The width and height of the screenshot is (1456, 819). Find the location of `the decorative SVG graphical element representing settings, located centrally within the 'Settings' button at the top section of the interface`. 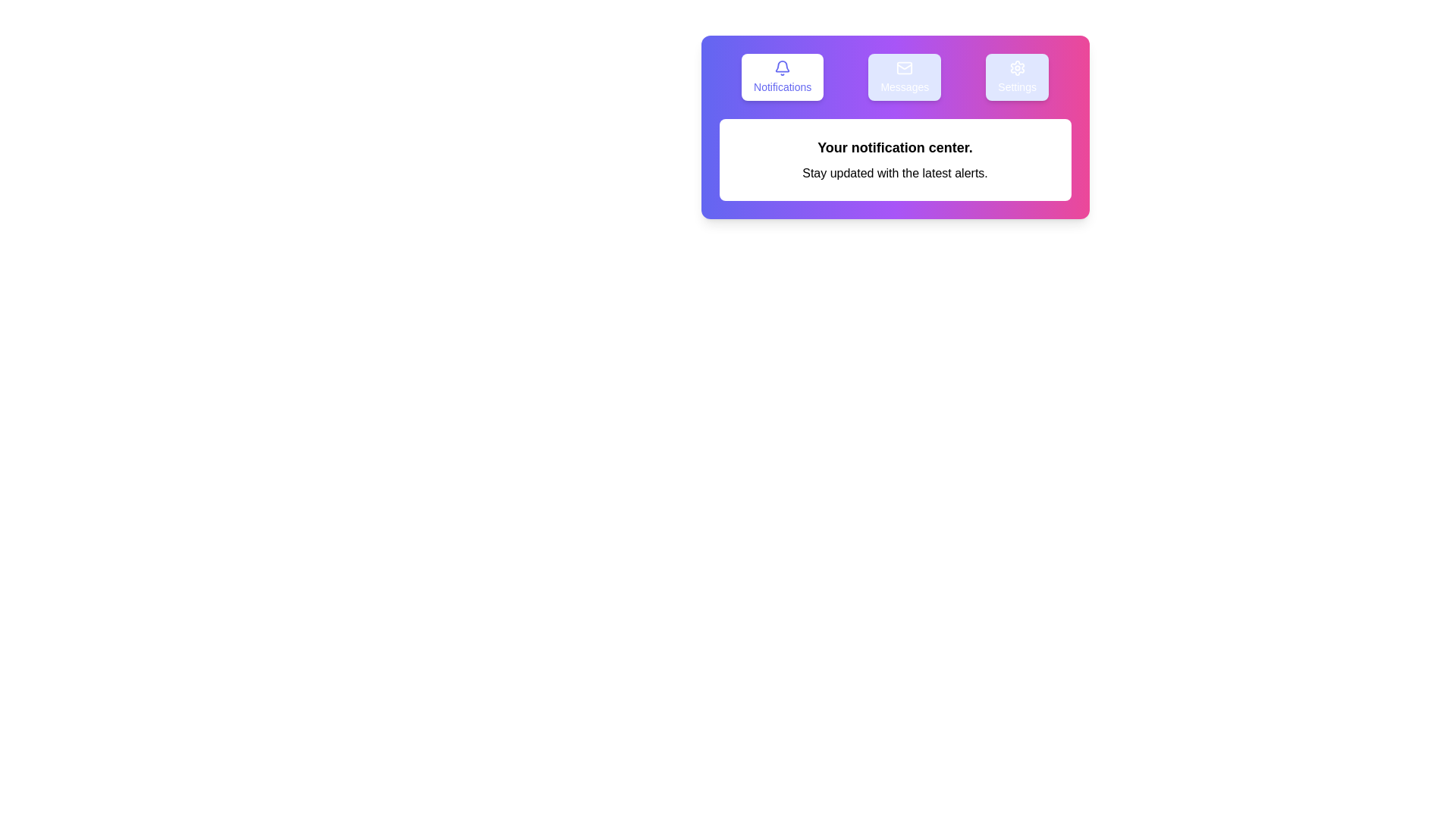

the decorative SVG graphical element representing settings, located centrally within the 'Settings' button at the top section of the interface is located at coordinates (1017, 67).